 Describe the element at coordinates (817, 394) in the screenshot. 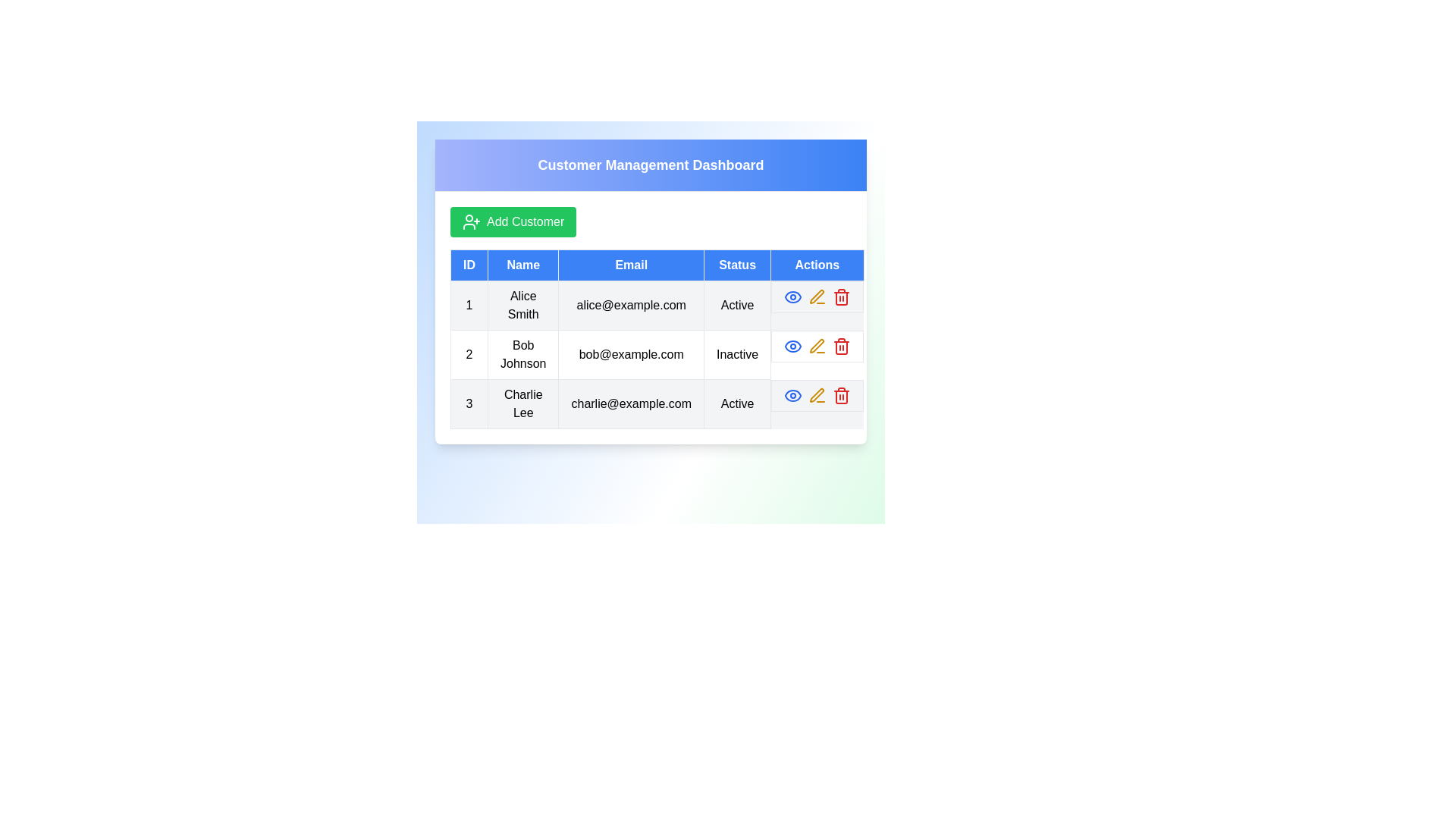

I see `the 'Edit' icon for the customer with ID 3` at that location.